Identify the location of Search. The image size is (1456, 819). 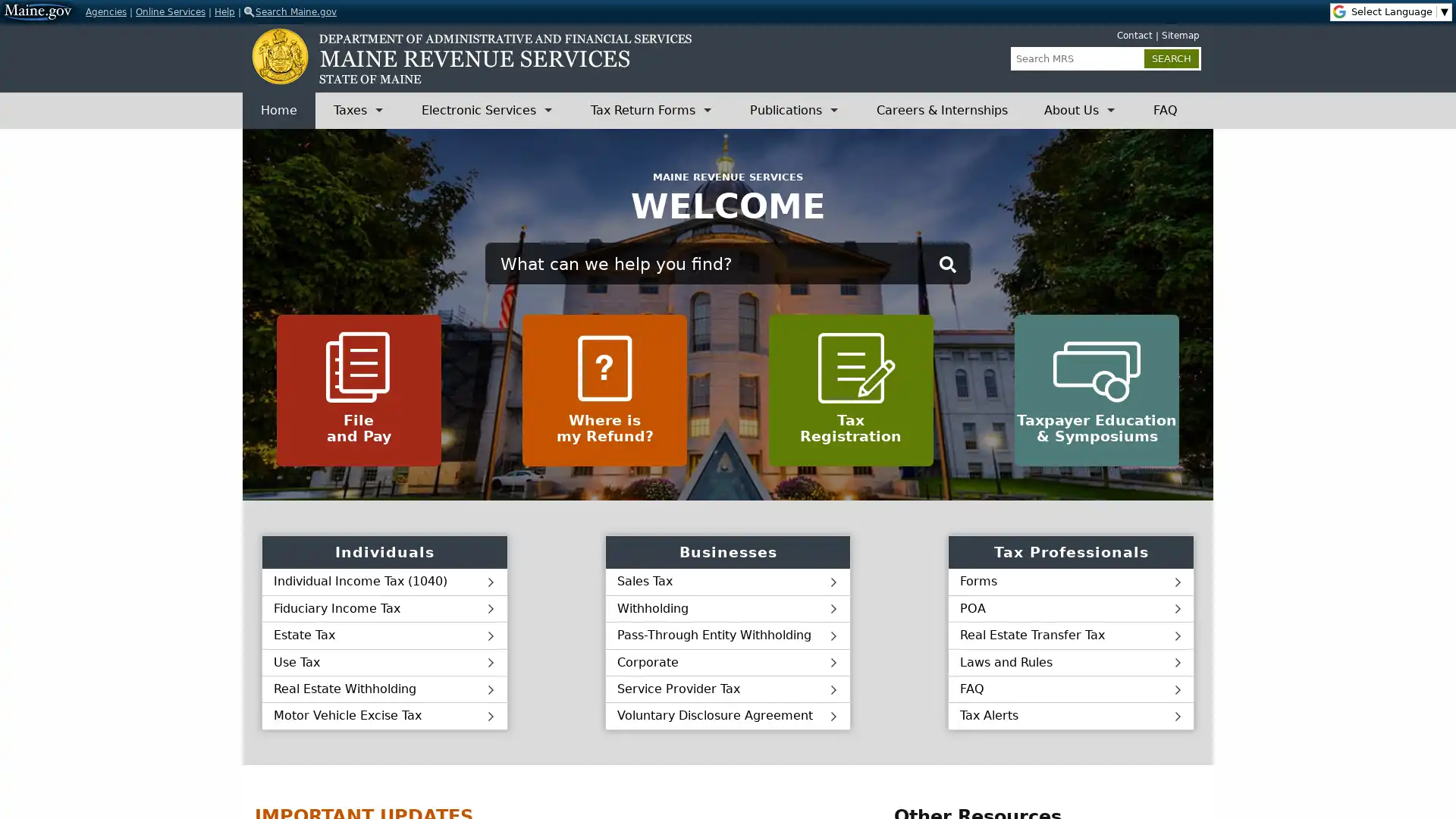
(946, 263).